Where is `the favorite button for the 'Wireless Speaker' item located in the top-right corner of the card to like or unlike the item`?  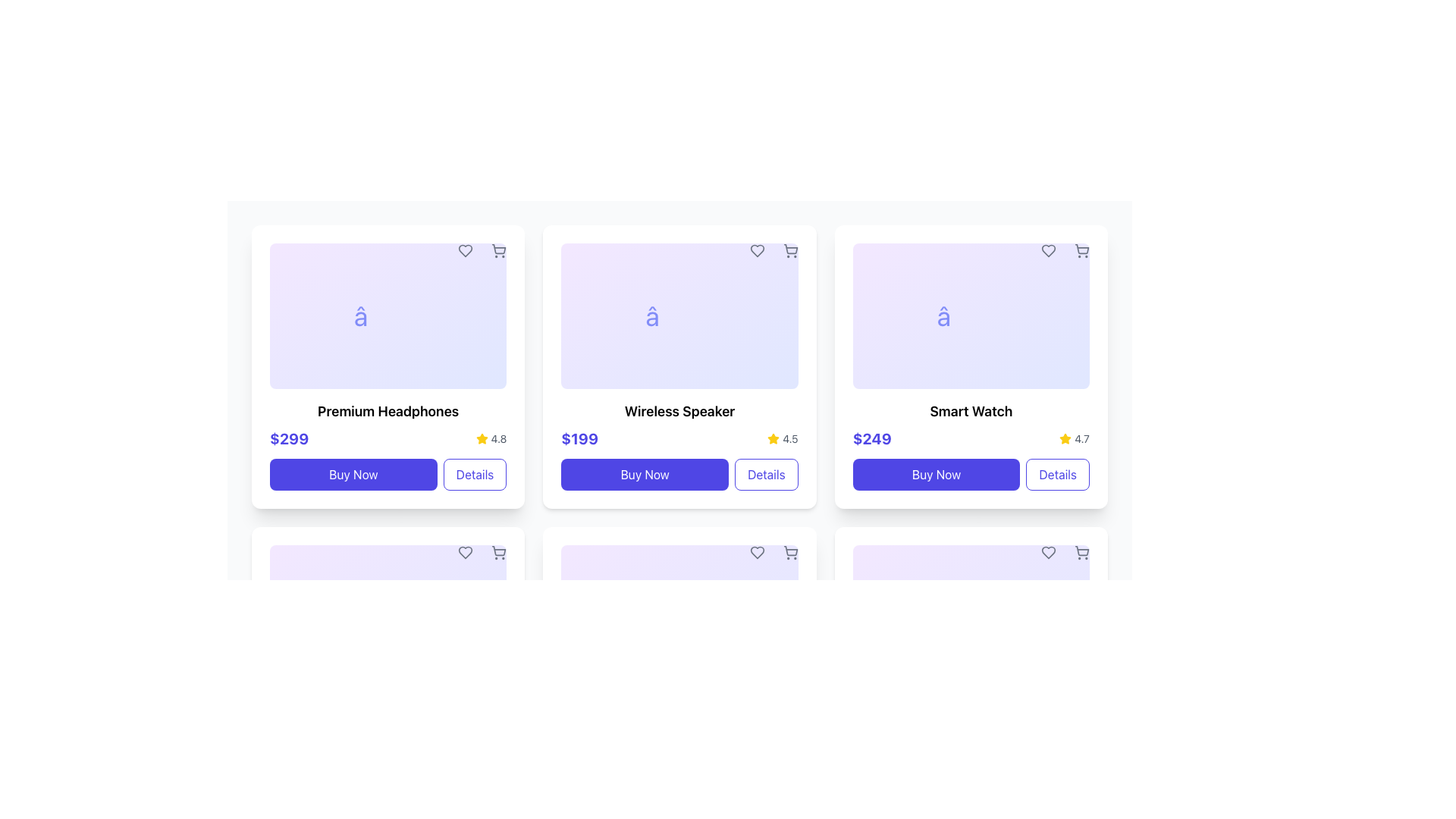 the favorite button for the 'Wireless Speaker' item located in the top-right corner of the card to like or unlike the item is located at coordinates (757, 553).